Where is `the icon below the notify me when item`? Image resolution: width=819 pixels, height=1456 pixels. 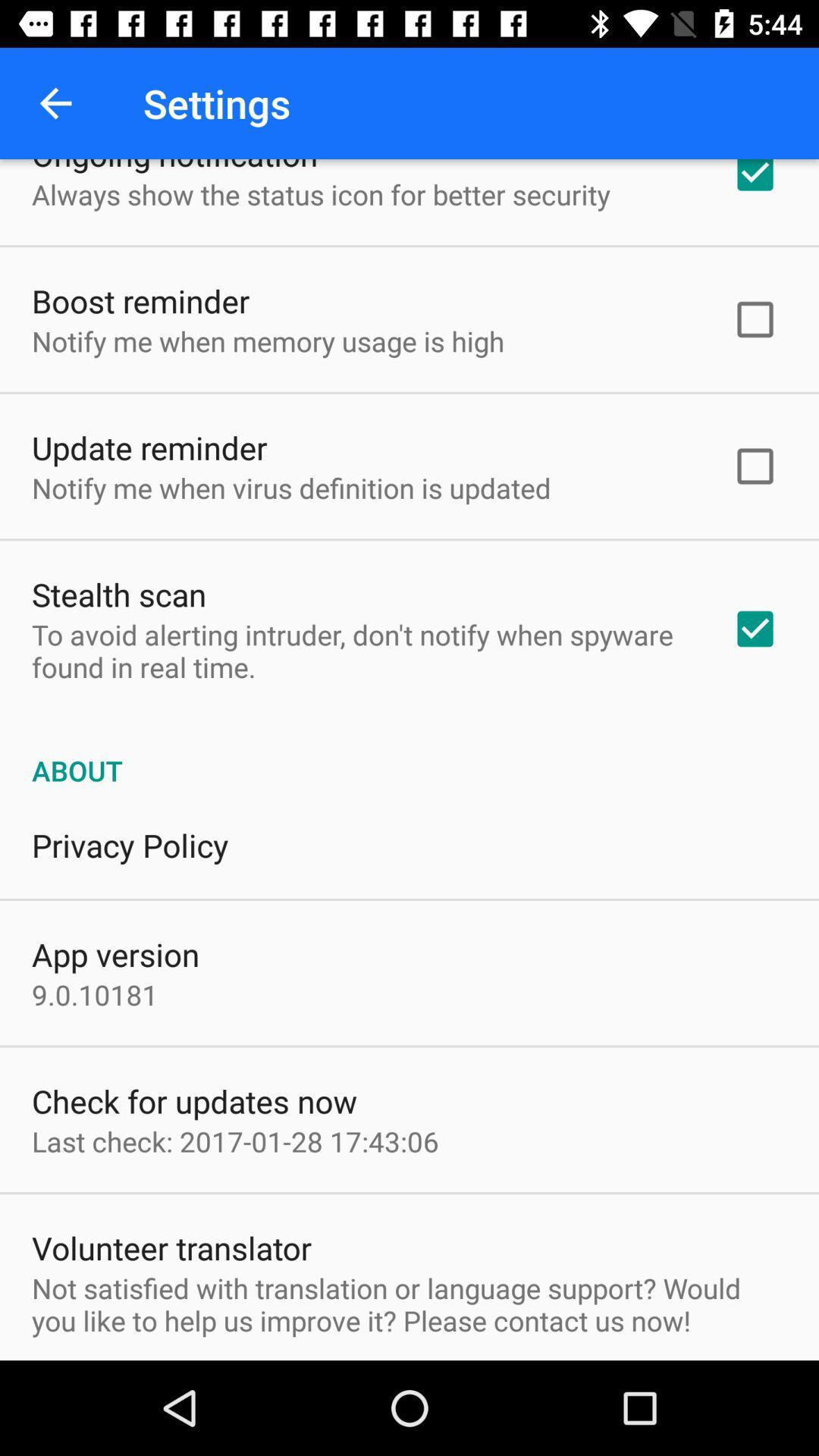 the icon below the notify me when item is located at coordinates (149, 447).